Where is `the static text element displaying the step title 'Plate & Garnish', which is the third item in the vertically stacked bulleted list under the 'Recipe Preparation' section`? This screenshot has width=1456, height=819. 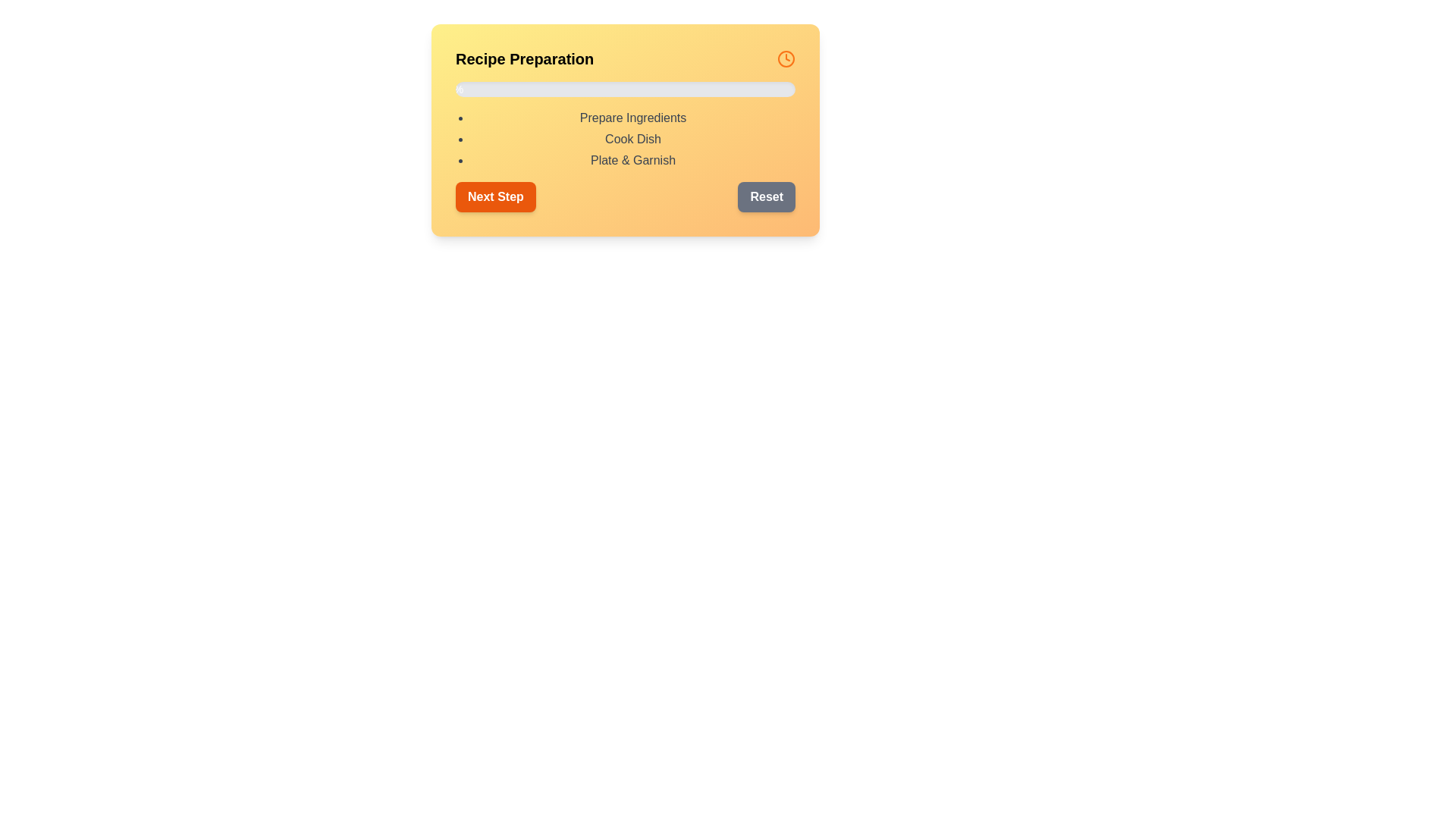
the static text element displaying the step title 'Plate & Garnish', which is the third item in the vertically stacked bulleted list under the 'Recipe Preparation' section is located at coordinates (633, 161).